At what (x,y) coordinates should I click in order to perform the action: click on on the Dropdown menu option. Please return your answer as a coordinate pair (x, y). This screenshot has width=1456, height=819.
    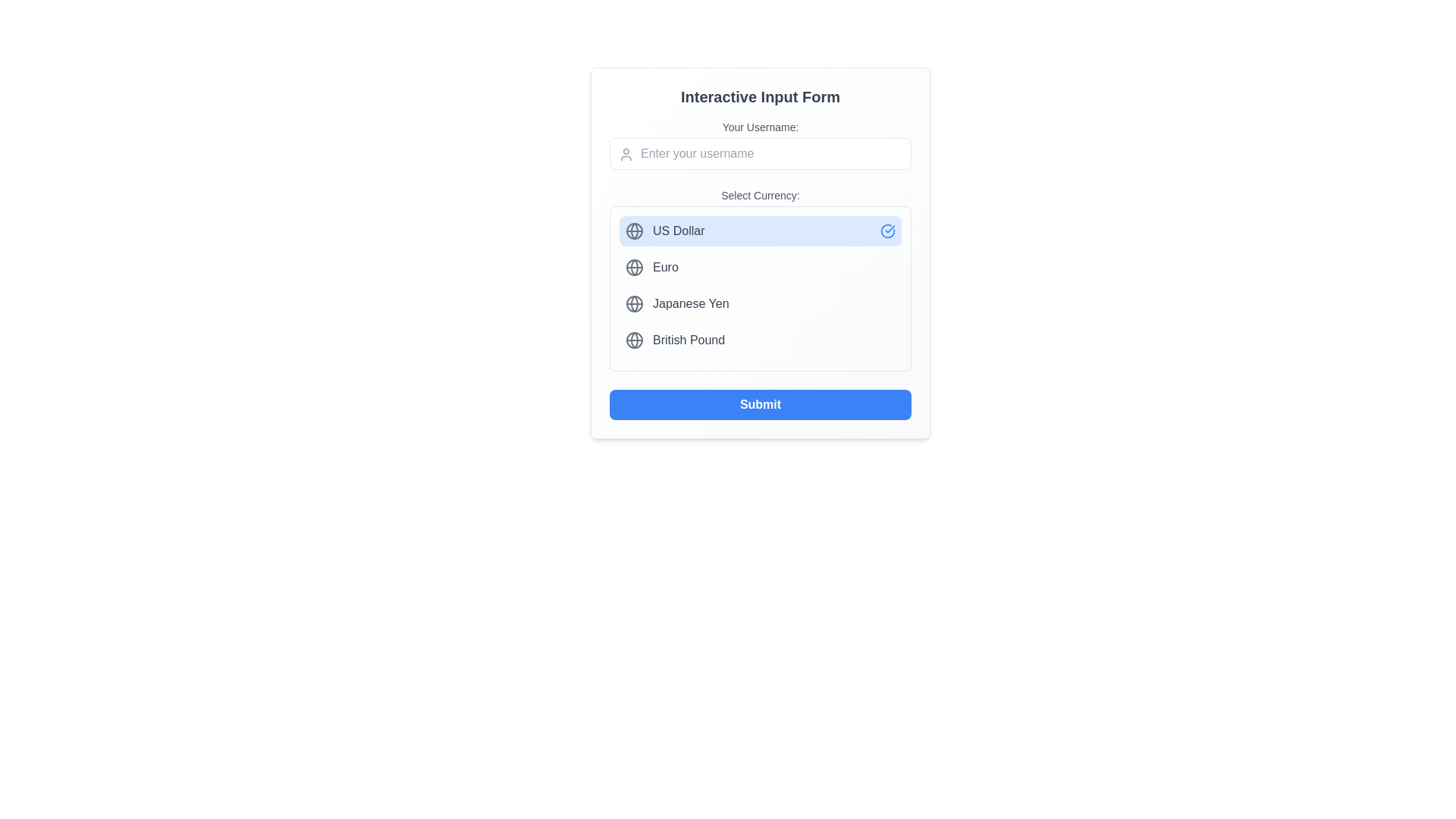
    Looking at the image, I should click on (761, 280).